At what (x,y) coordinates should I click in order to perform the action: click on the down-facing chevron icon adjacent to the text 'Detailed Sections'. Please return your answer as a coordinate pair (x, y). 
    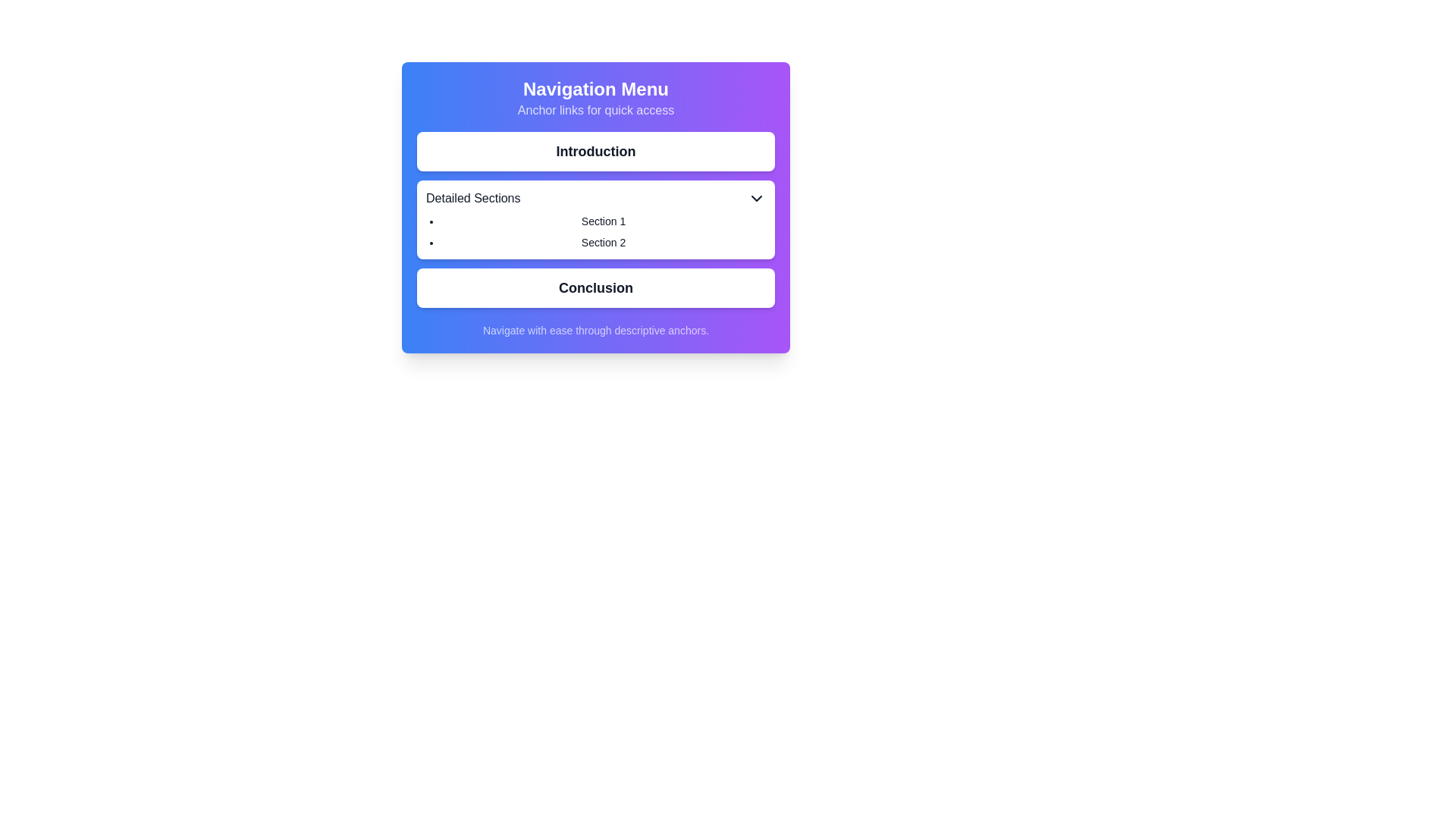
    Looking at the image, I should click on (757, 198).